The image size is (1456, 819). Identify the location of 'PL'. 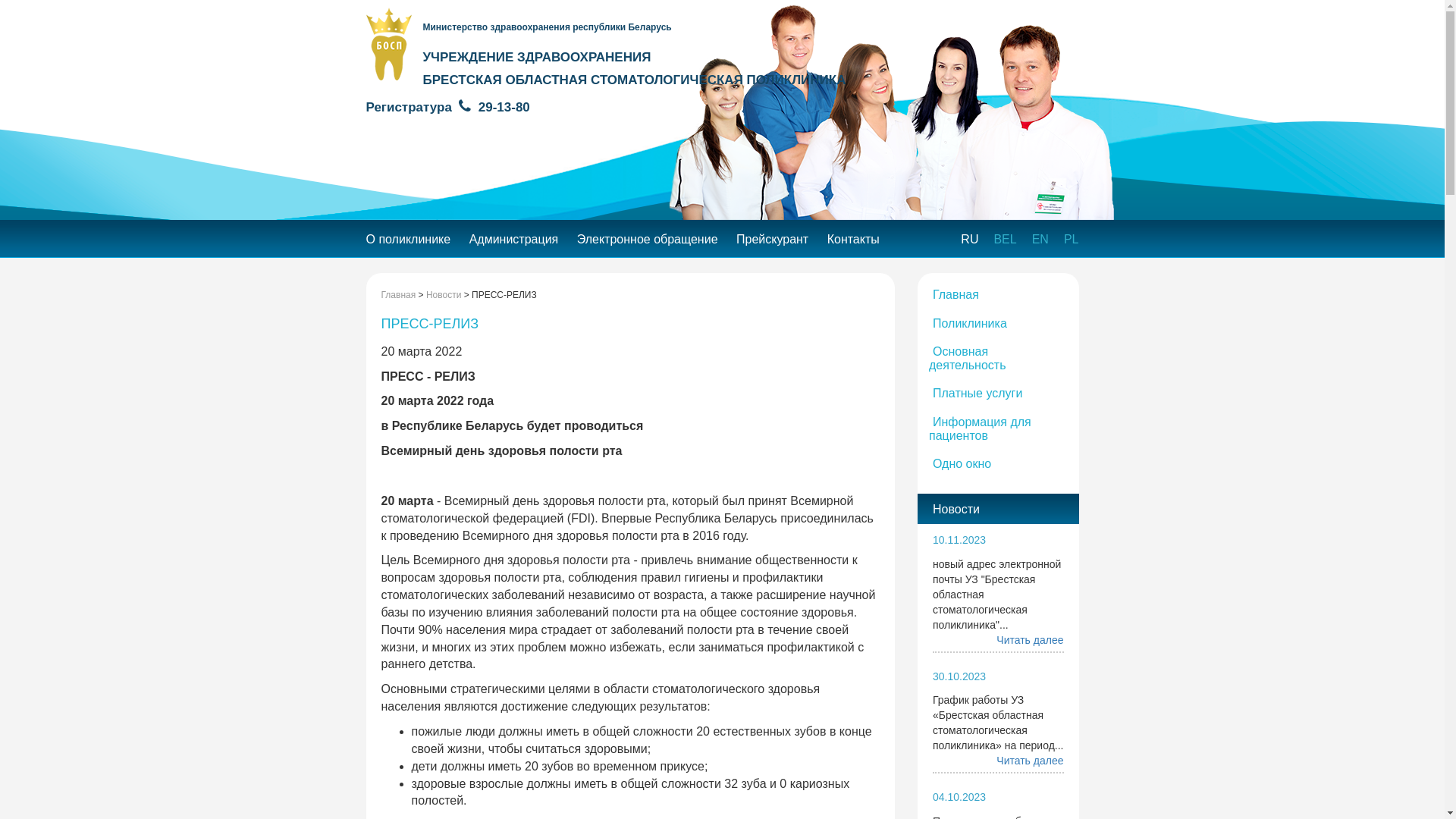
(1070, 239).